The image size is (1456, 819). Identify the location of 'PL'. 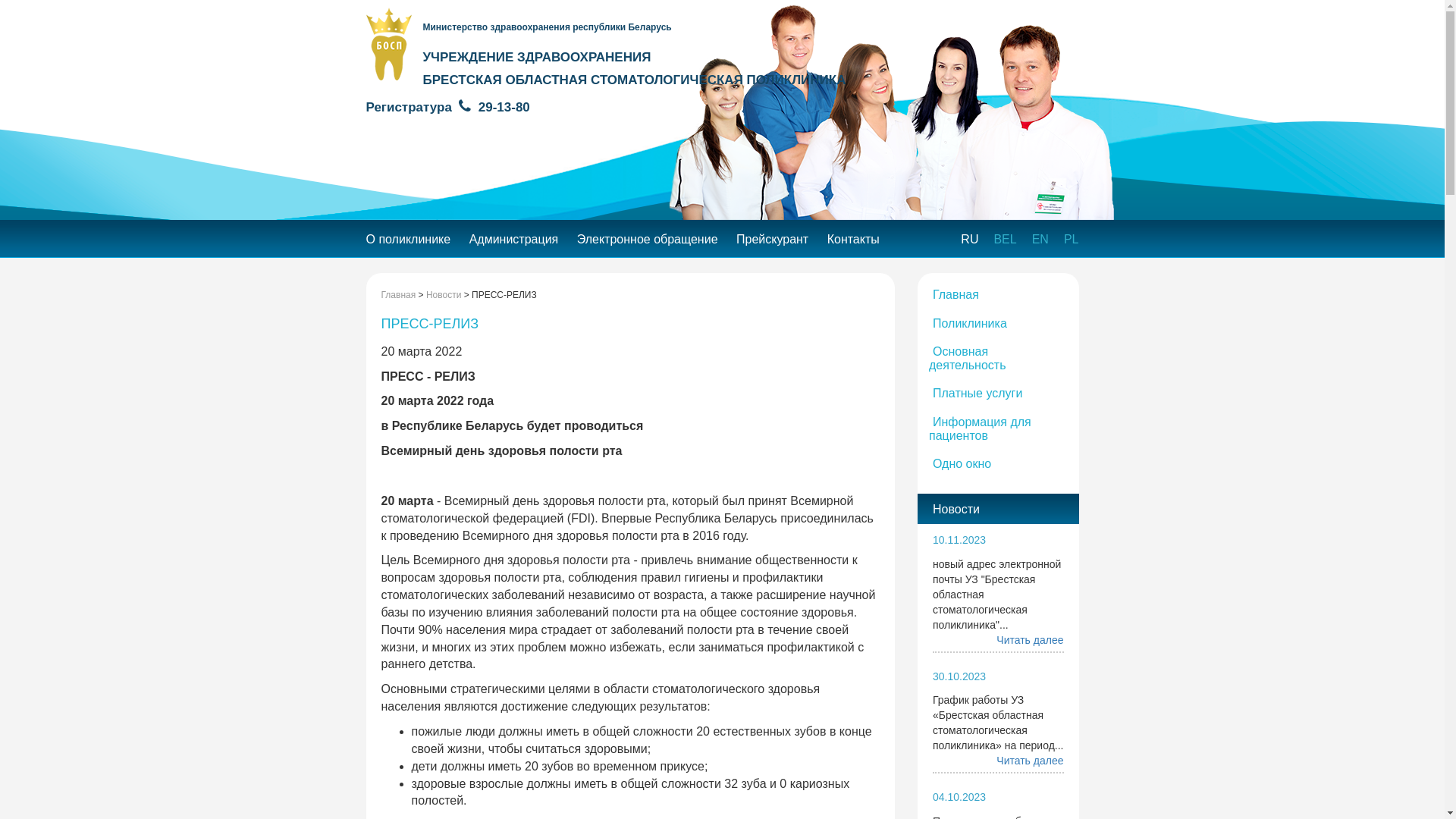
(1070, 239).